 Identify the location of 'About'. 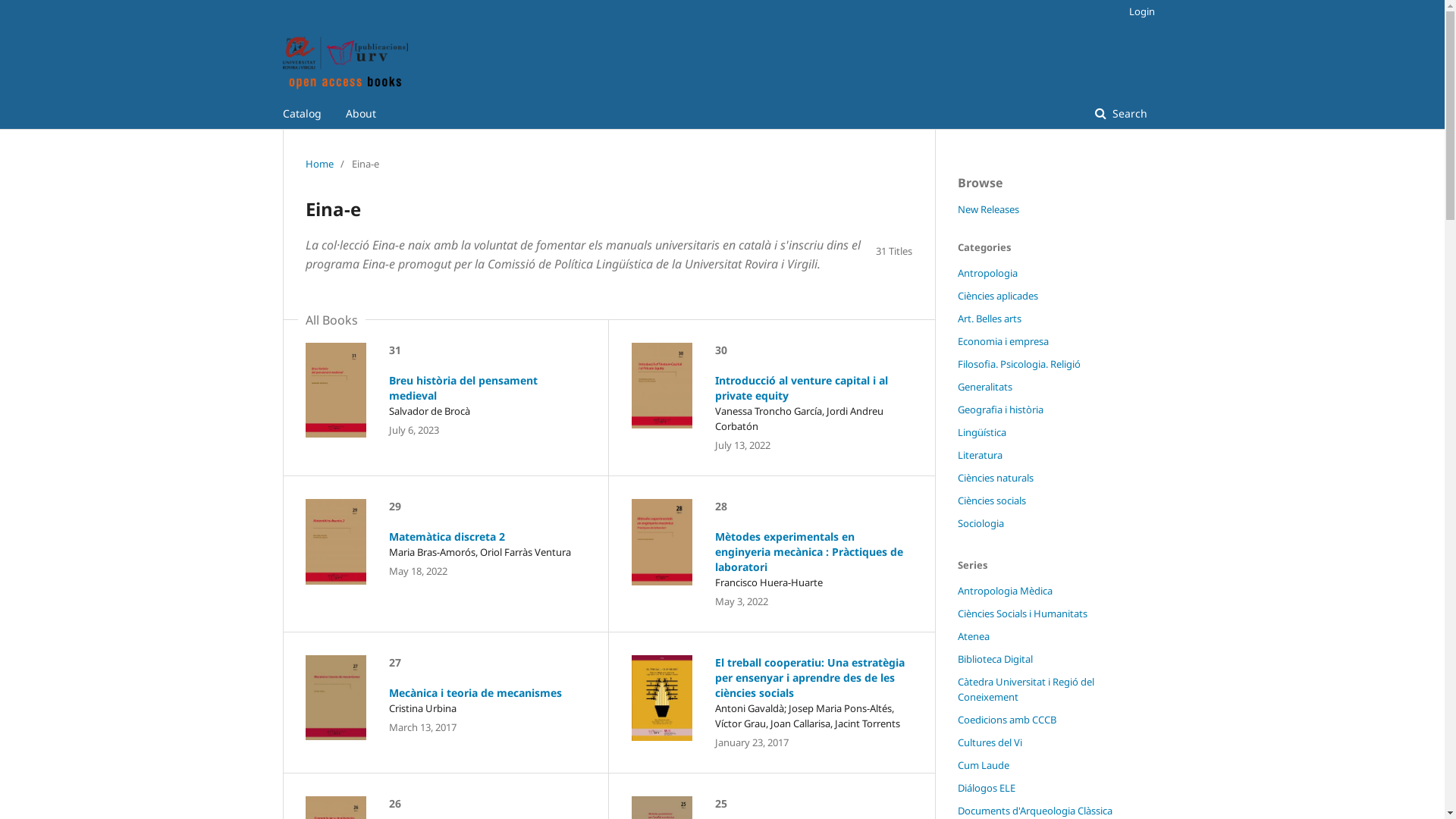
(359, 113).